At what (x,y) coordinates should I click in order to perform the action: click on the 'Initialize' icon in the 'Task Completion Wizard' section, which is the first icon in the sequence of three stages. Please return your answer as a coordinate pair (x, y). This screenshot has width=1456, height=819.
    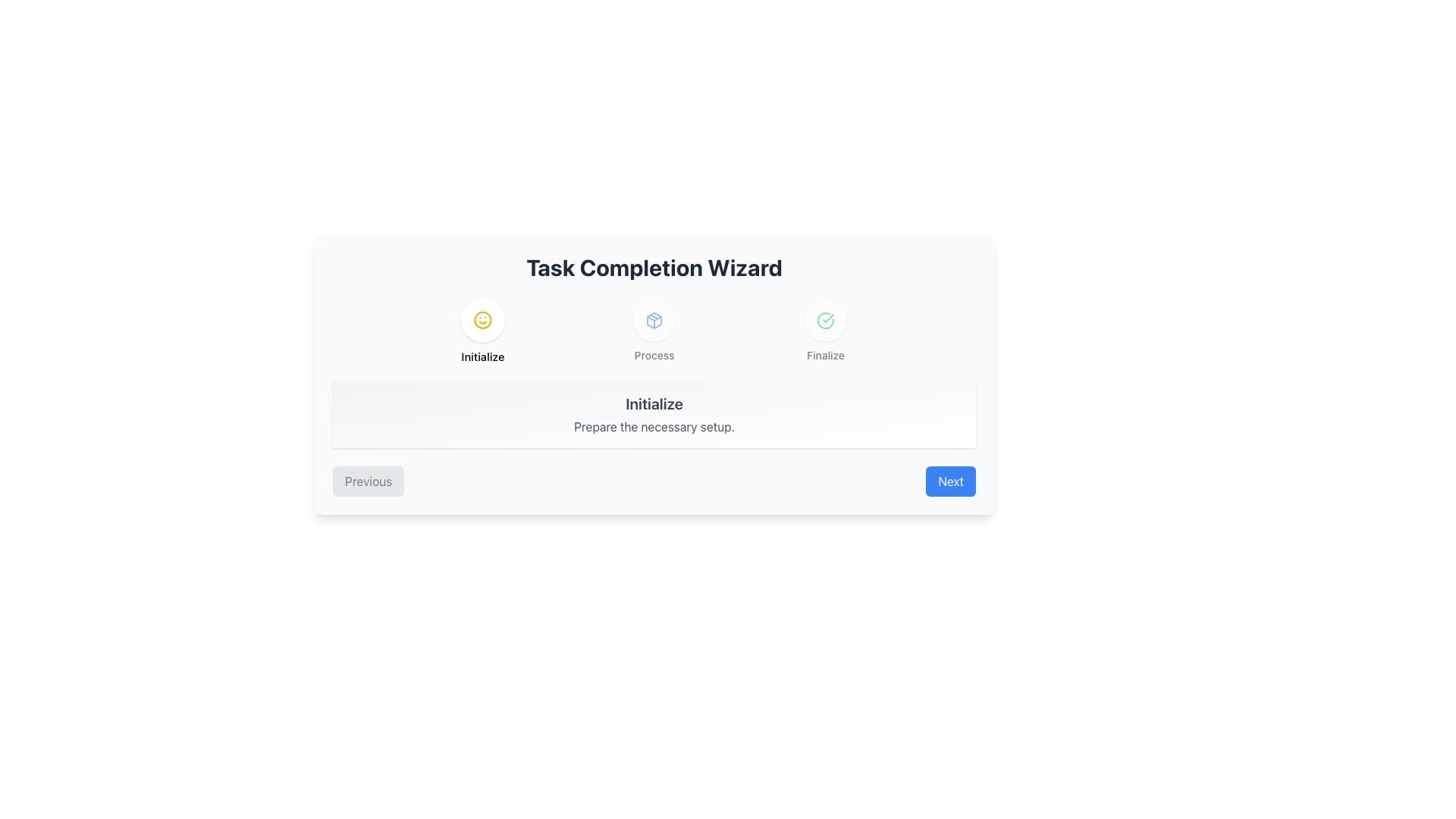
    Looking at the image, I should click on (482, 318).